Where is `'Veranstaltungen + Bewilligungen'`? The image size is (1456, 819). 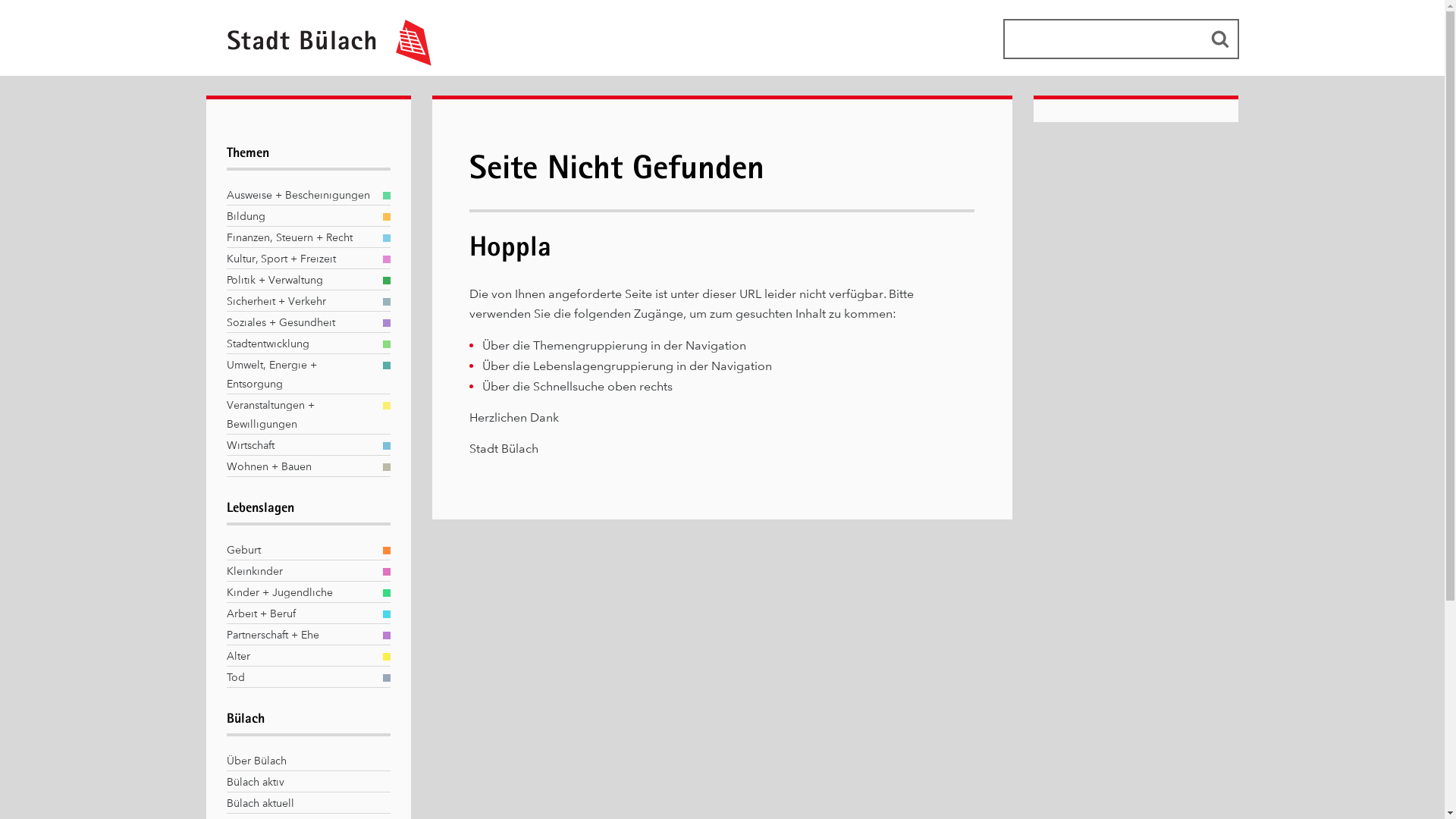 'Veranstaltungen + Bewilligungen' is located at coordinates (300, 415).